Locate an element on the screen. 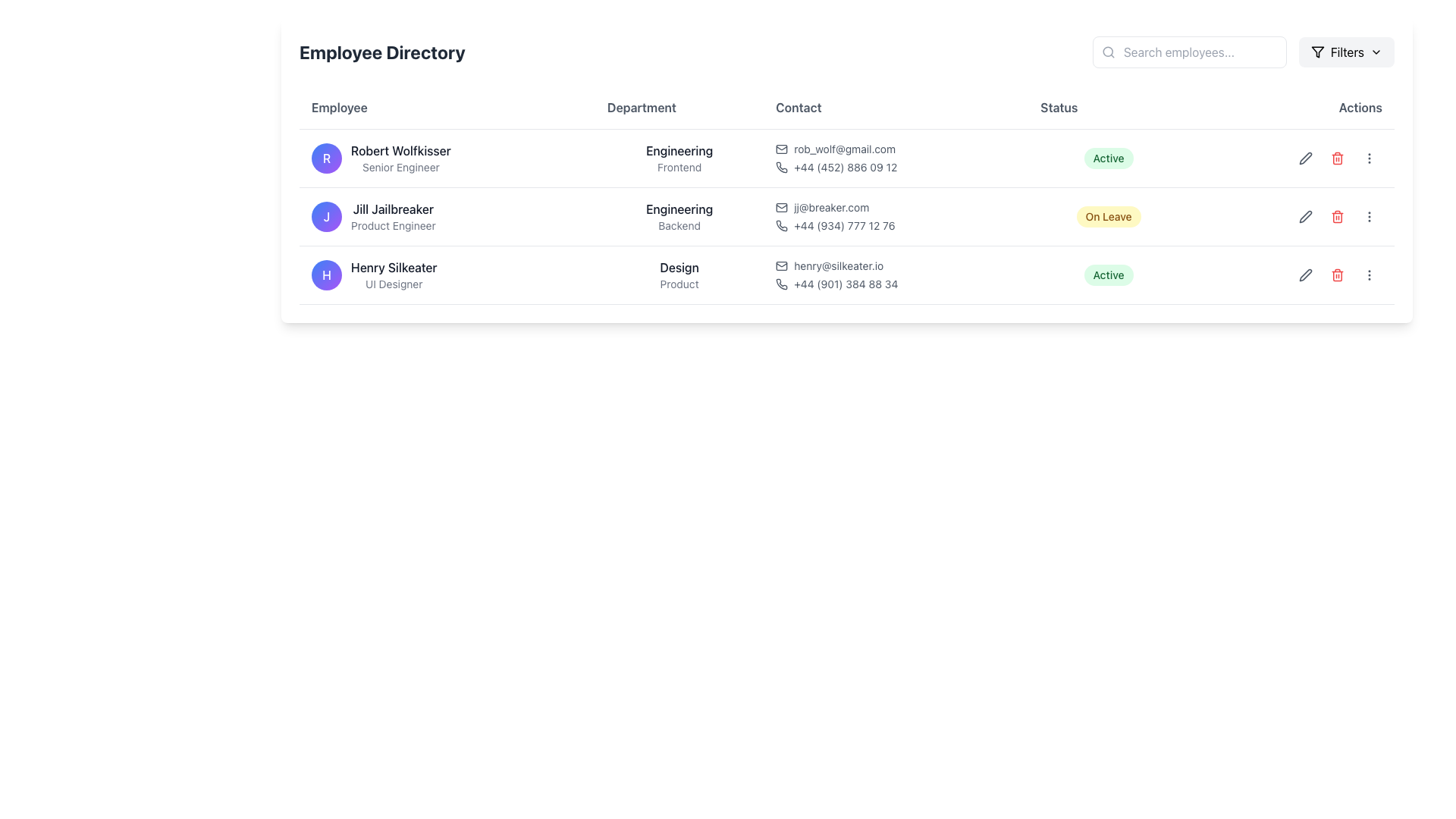 The width and height of the screenshot is (1456, 819). phone icon located in the 'Contact' section of the table, which is positioned to the left of the phone number '+44 (934) 777 12 76' is located at coordinates (782, 225).